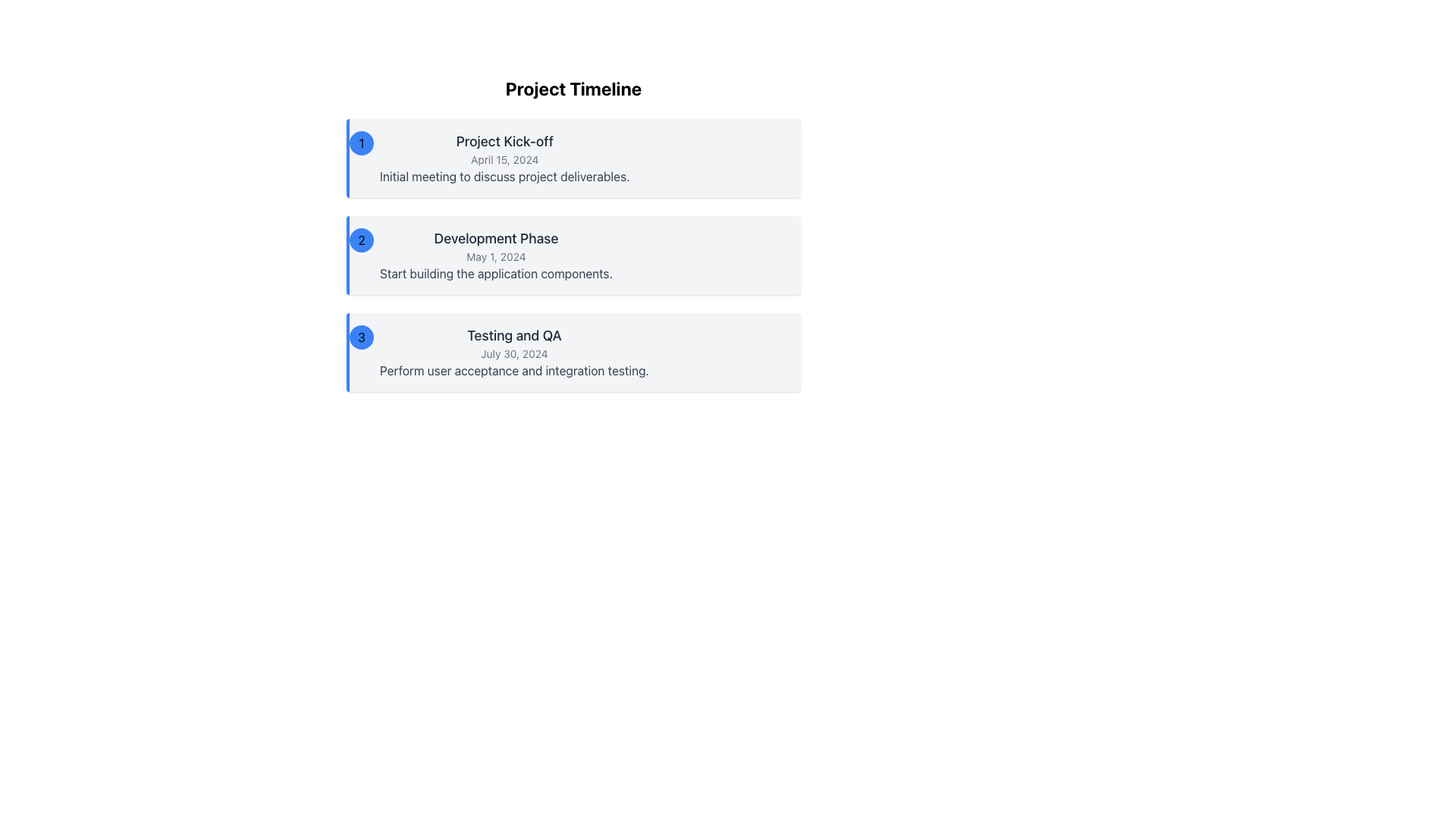 This screenshot has width=1456, height=819. What do you see at coordinates (573, 234) in the screenshot?
I see `information displayed on the 'Development Phase' card, which is the second card in the timeline list, located between 'Project Kick-off' and 'Testing and QA'` at bounding box center [573, 234].